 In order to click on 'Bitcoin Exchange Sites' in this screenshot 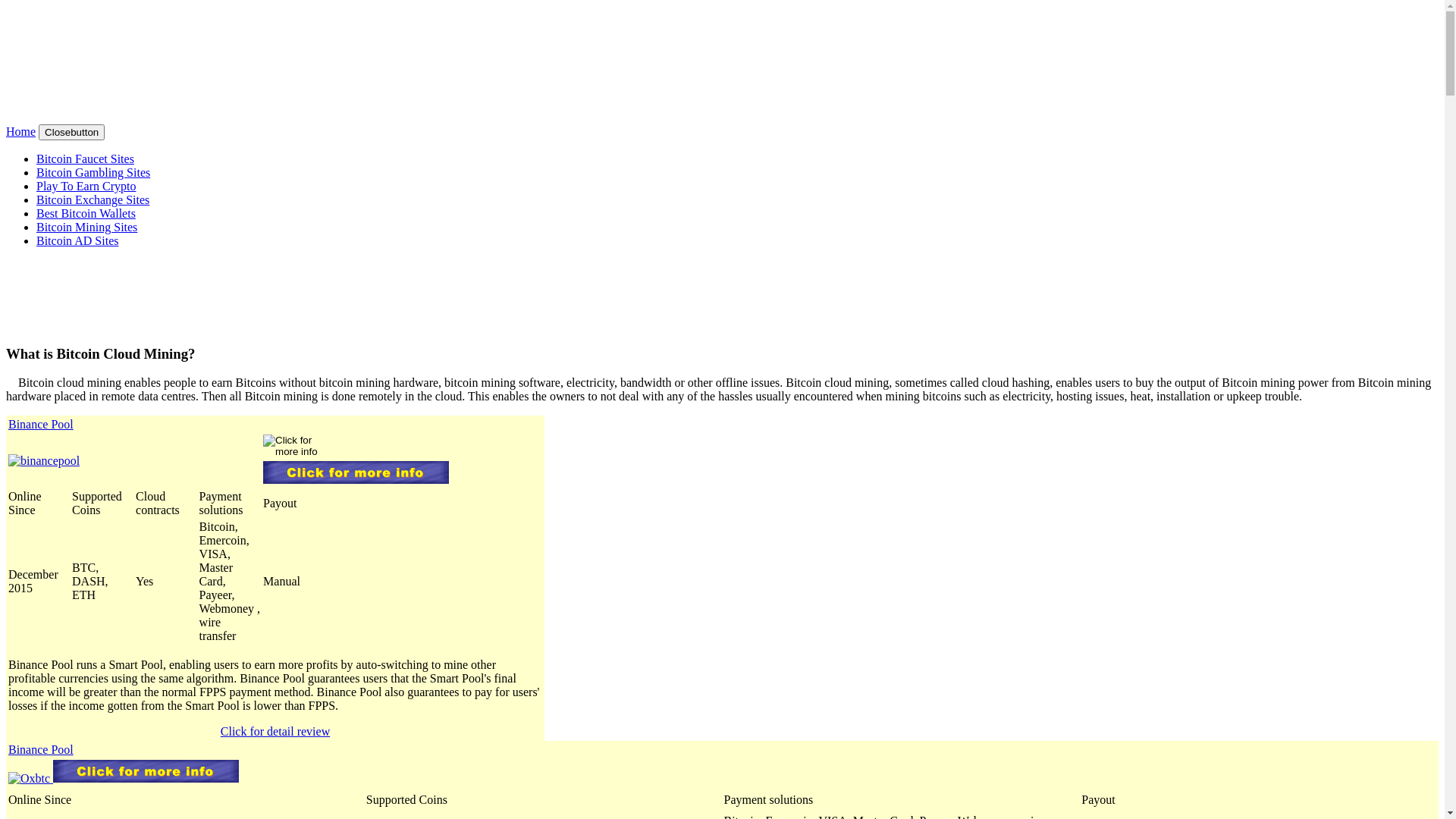, I will do `click(92, 199)`.